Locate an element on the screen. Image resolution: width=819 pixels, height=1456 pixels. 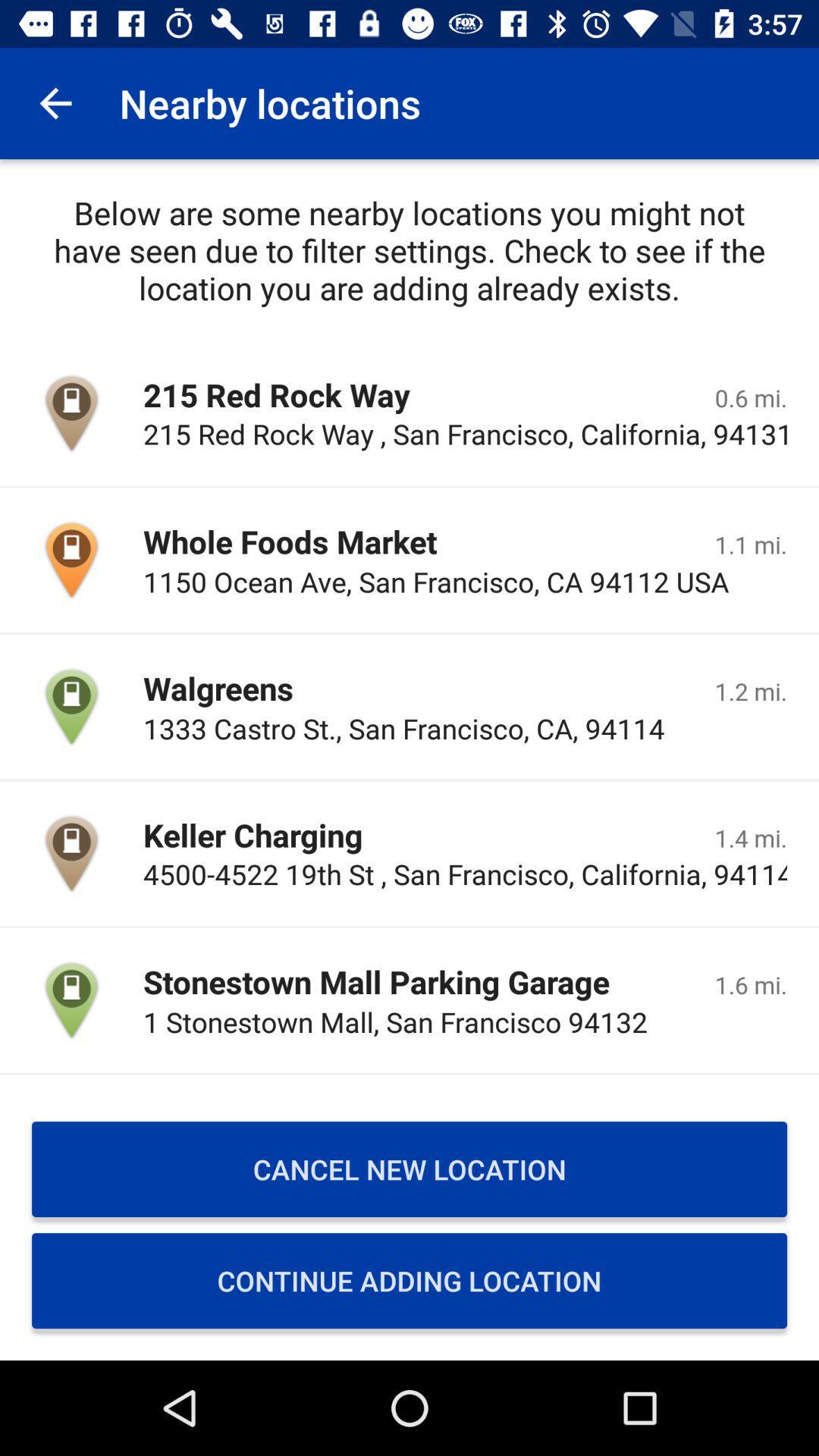
continue adding location is located at coordinates (409, 1280).